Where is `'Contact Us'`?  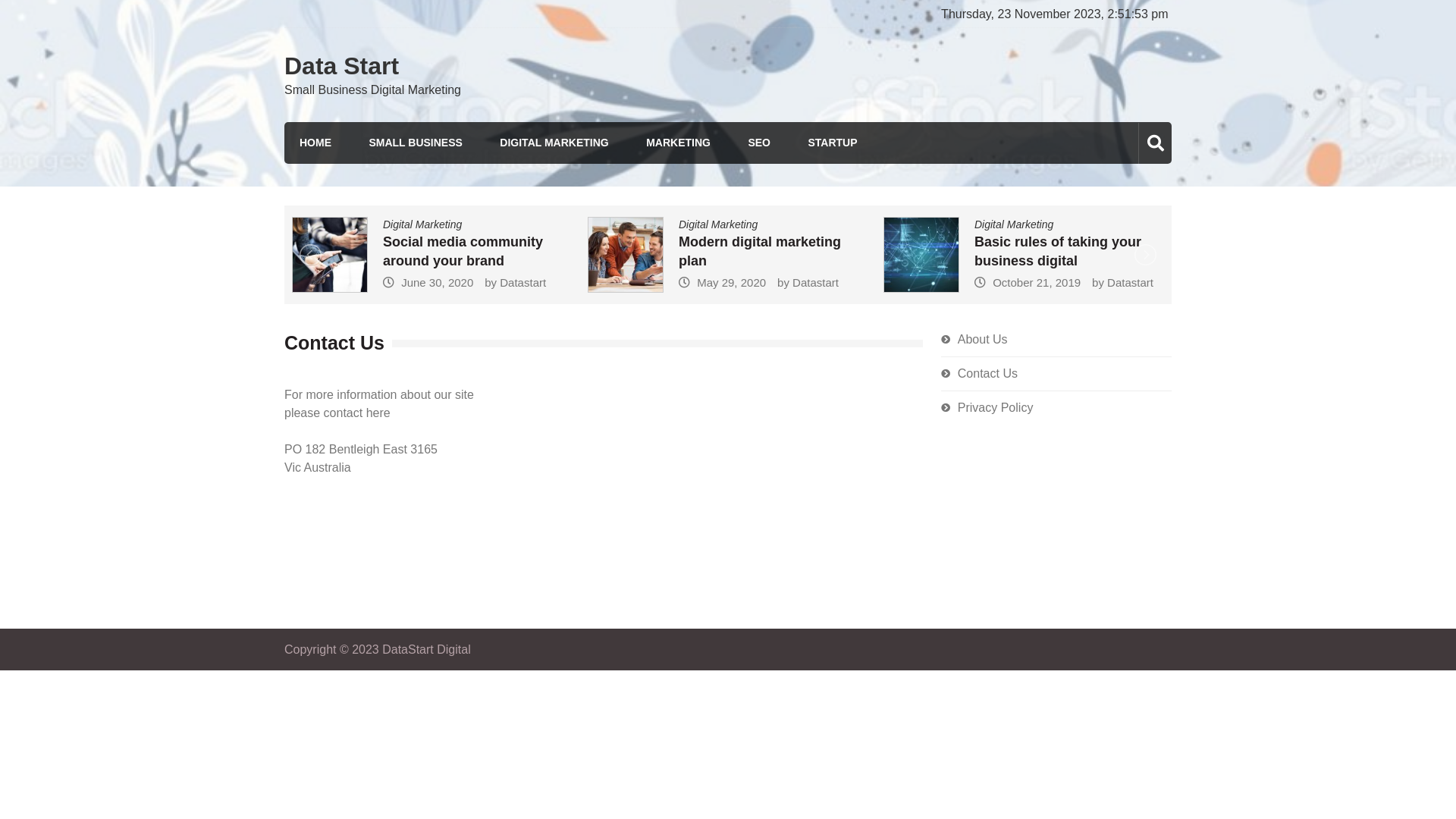
'Contact Us' is located at coordinates (987, 373).